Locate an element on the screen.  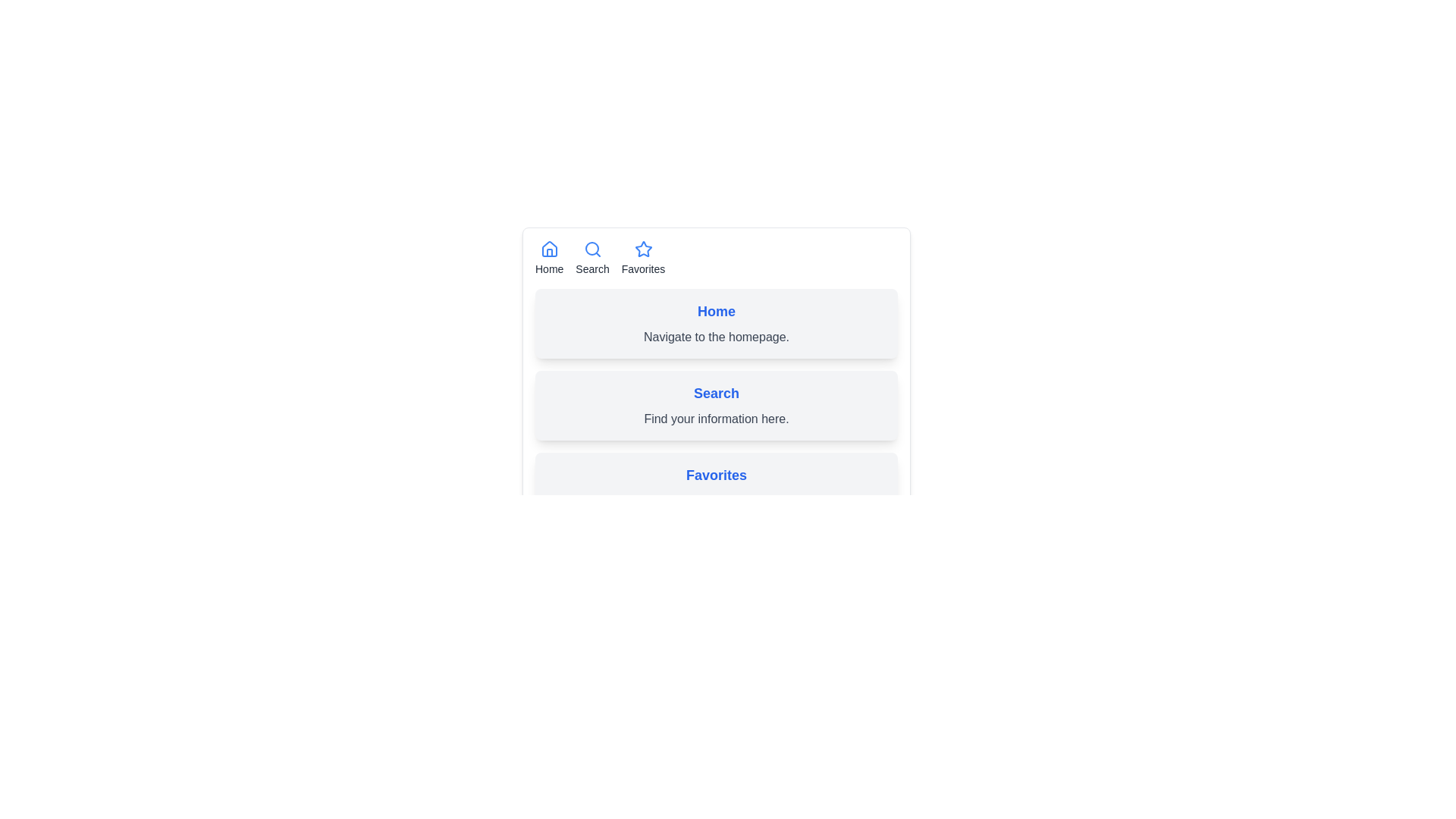
the central lens area of the search icon in the top navigation bar, which is represented by a graphical icon component is located at coordinates (591, 247).